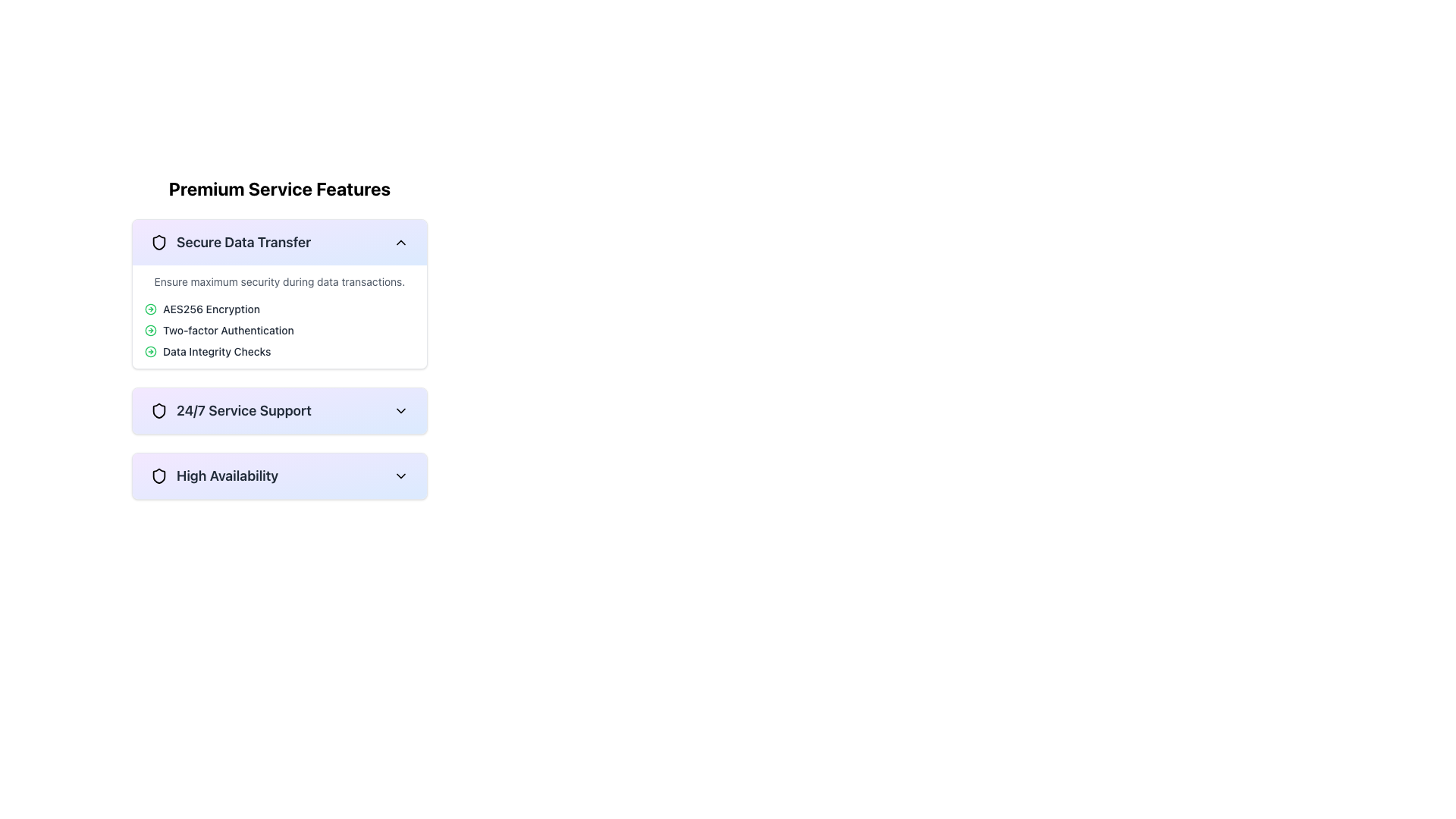  I want to click on the list items in the 'Secure Data Transfer' section of the List View with Description, which includes the description 'Ensure maximum security during data transactions.' and the bulleted list with checkmarks, so click(280, 315).